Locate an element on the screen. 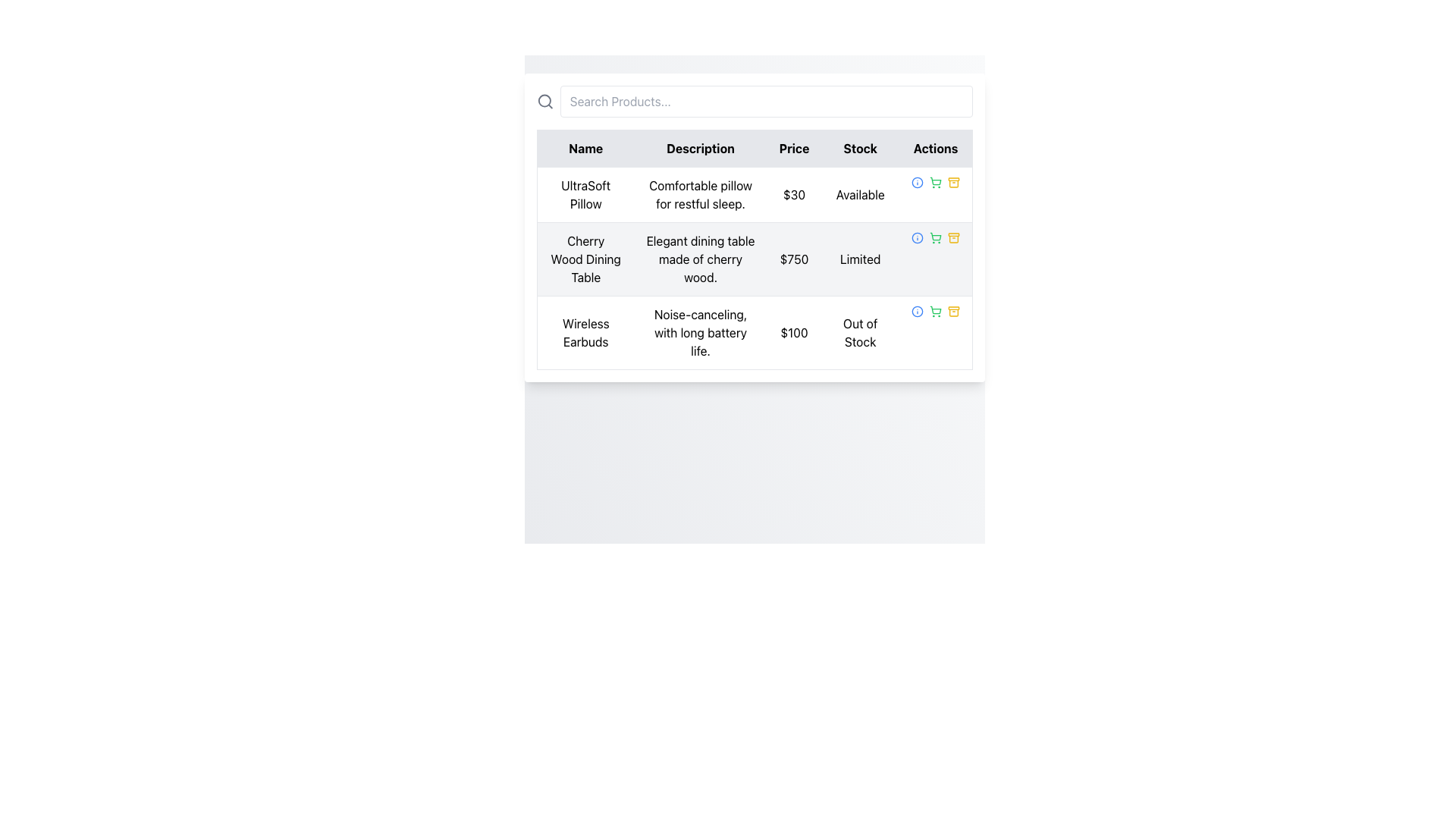  the header label positioned as the fifth item in the table header row, located at the far right is located at coordinates (935, 149).